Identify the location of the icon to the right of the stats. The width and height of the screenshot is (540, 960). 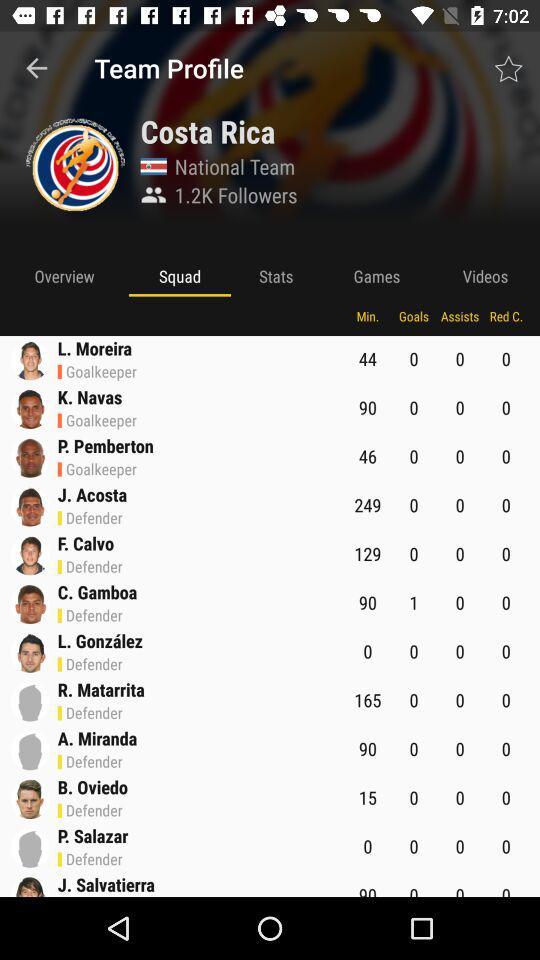
(376, 275).